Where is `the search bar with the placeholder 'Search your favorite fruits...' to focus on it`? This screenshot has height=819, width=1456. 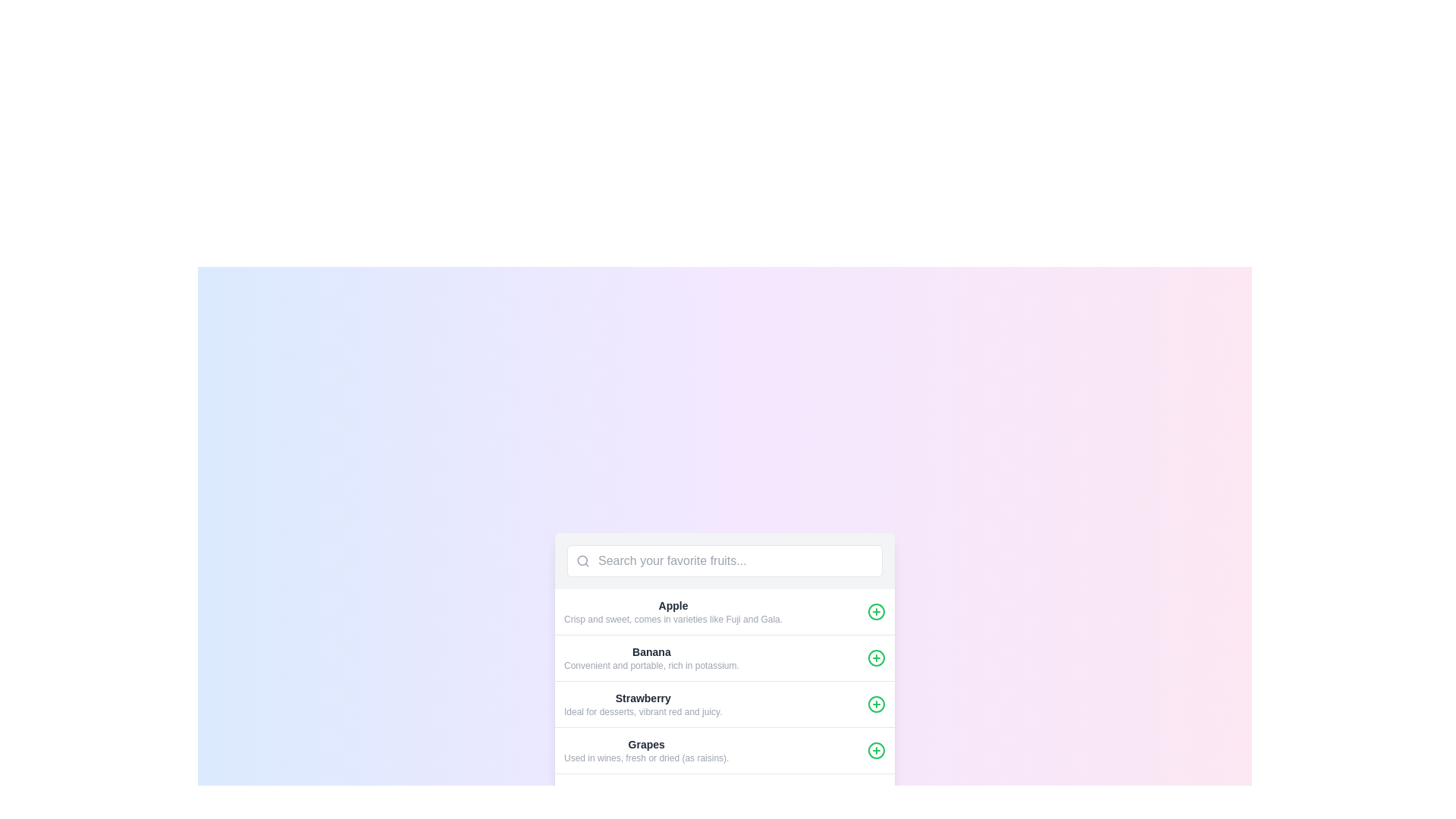 the search bar with the placeholder 'Search your favorite fruits...' to focus on it is located at coordinates (723, 561).